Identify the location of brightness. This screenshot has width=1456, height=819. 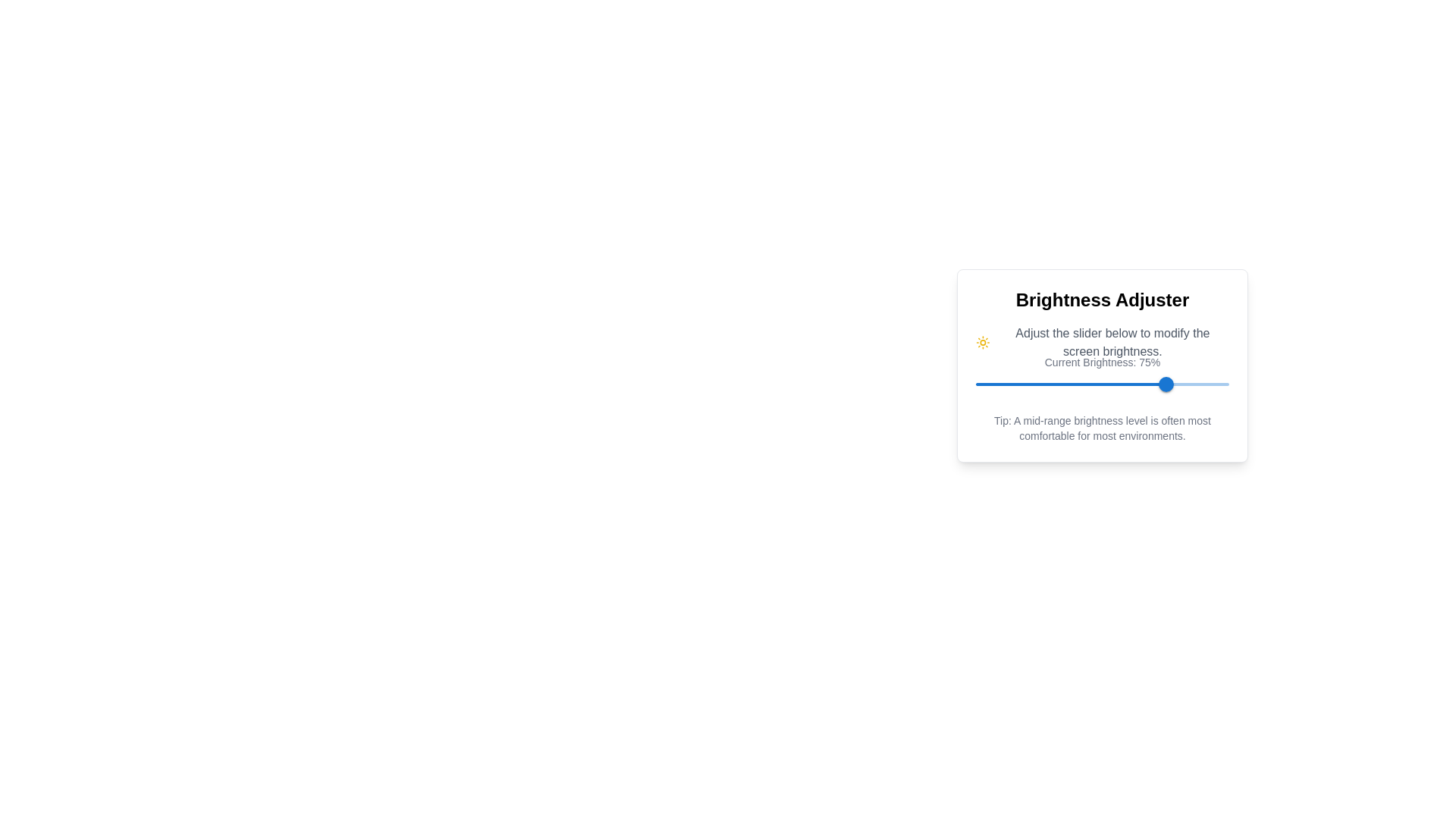
(1103, 383).